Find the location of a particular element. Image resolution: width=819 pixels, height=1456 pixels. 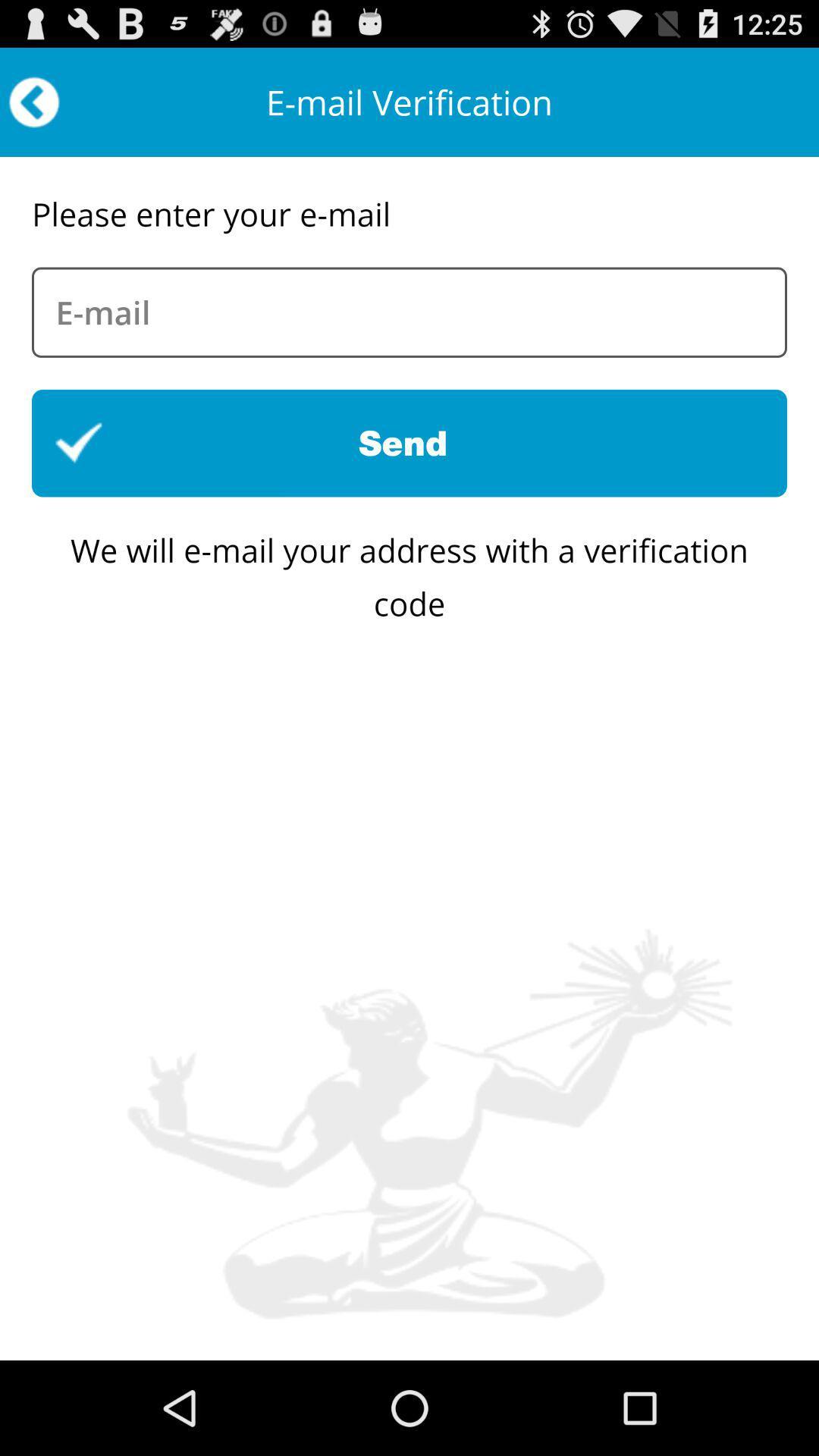

email is located at coordinates (409, 312).